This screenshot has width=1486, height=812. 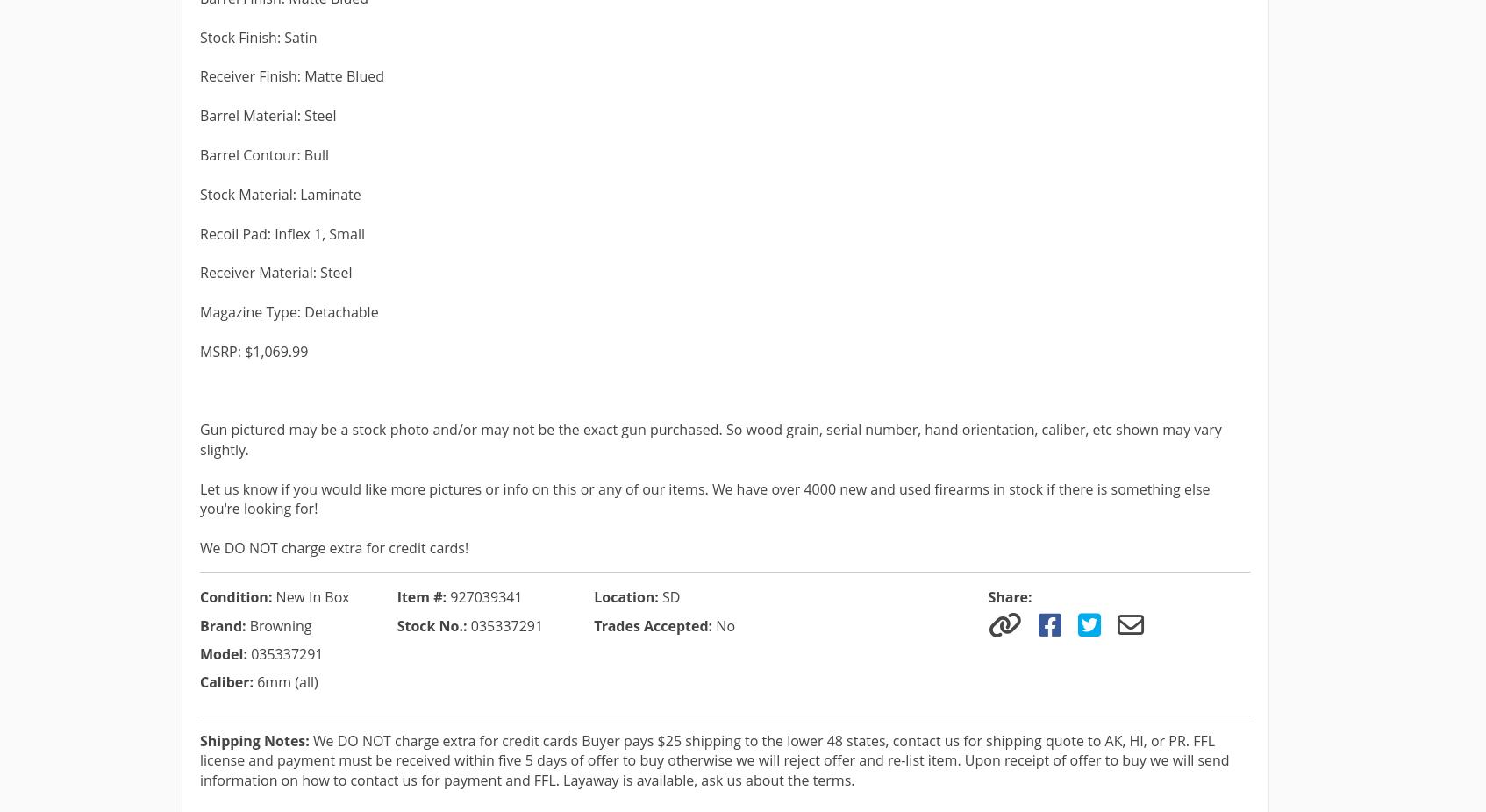 I want to click on 'Recoil Pad: Inflex 1, Small', so click(x=200, y=233).